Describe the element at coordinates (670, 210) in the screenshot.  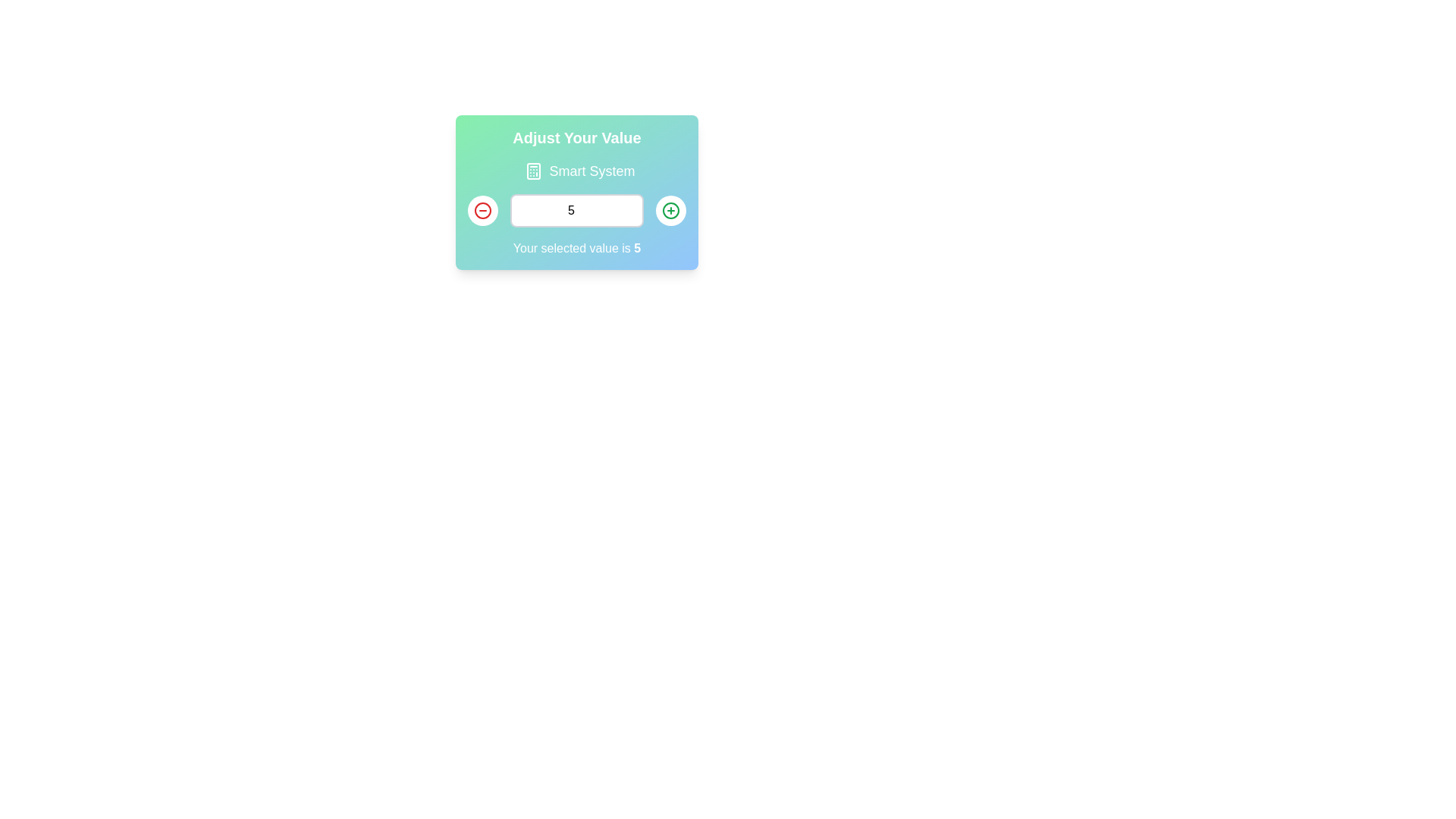
I see `the circular button with a '+' symbol in its center, which has a white background and a green border, to increment` at that location.